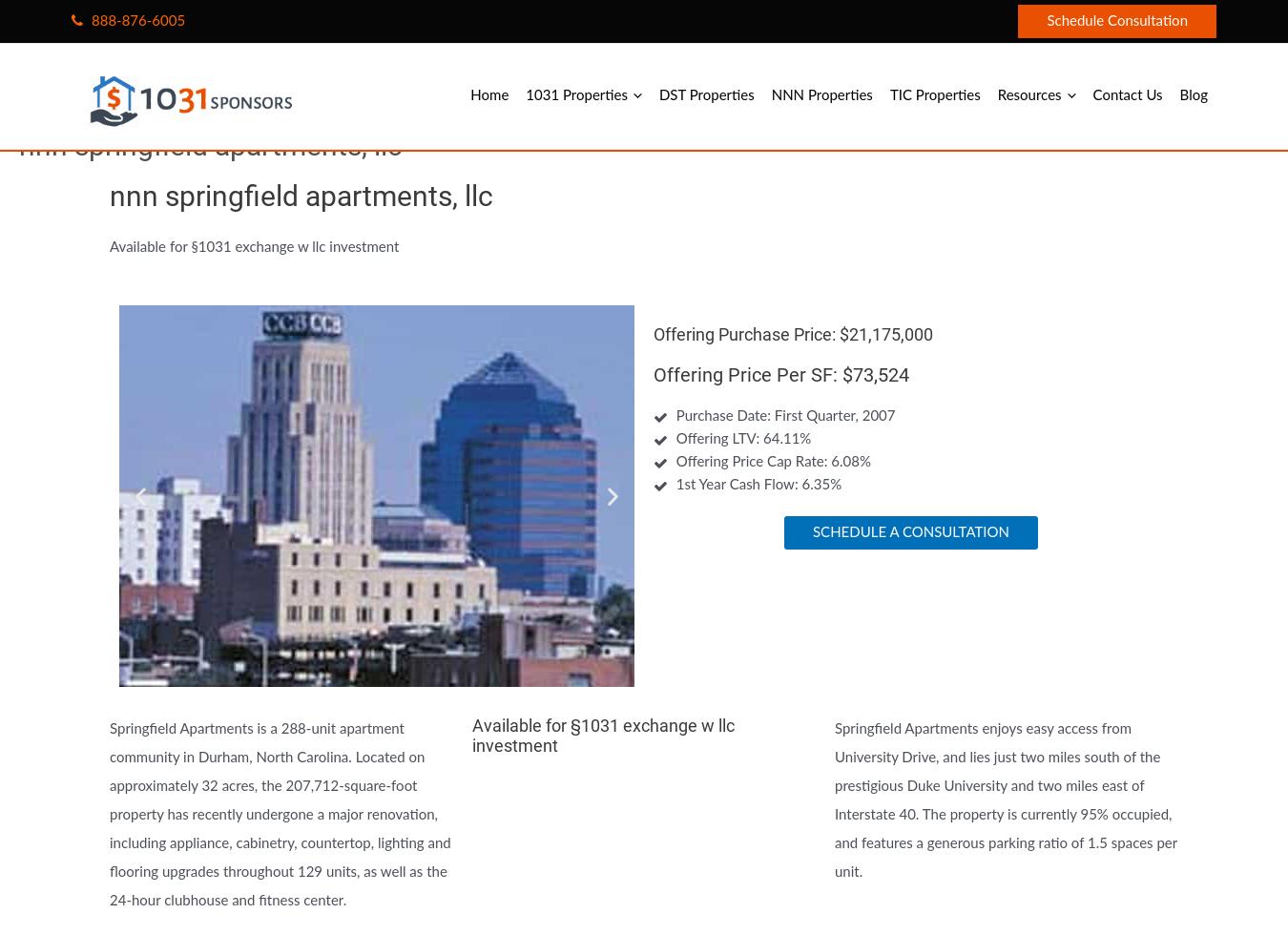 The width and height of the screenshot is (1288, 935). What do you see at coordinates (933, 95) in the screenshot?
I see `'TIC Properties'` at bounding box center [933, 95].